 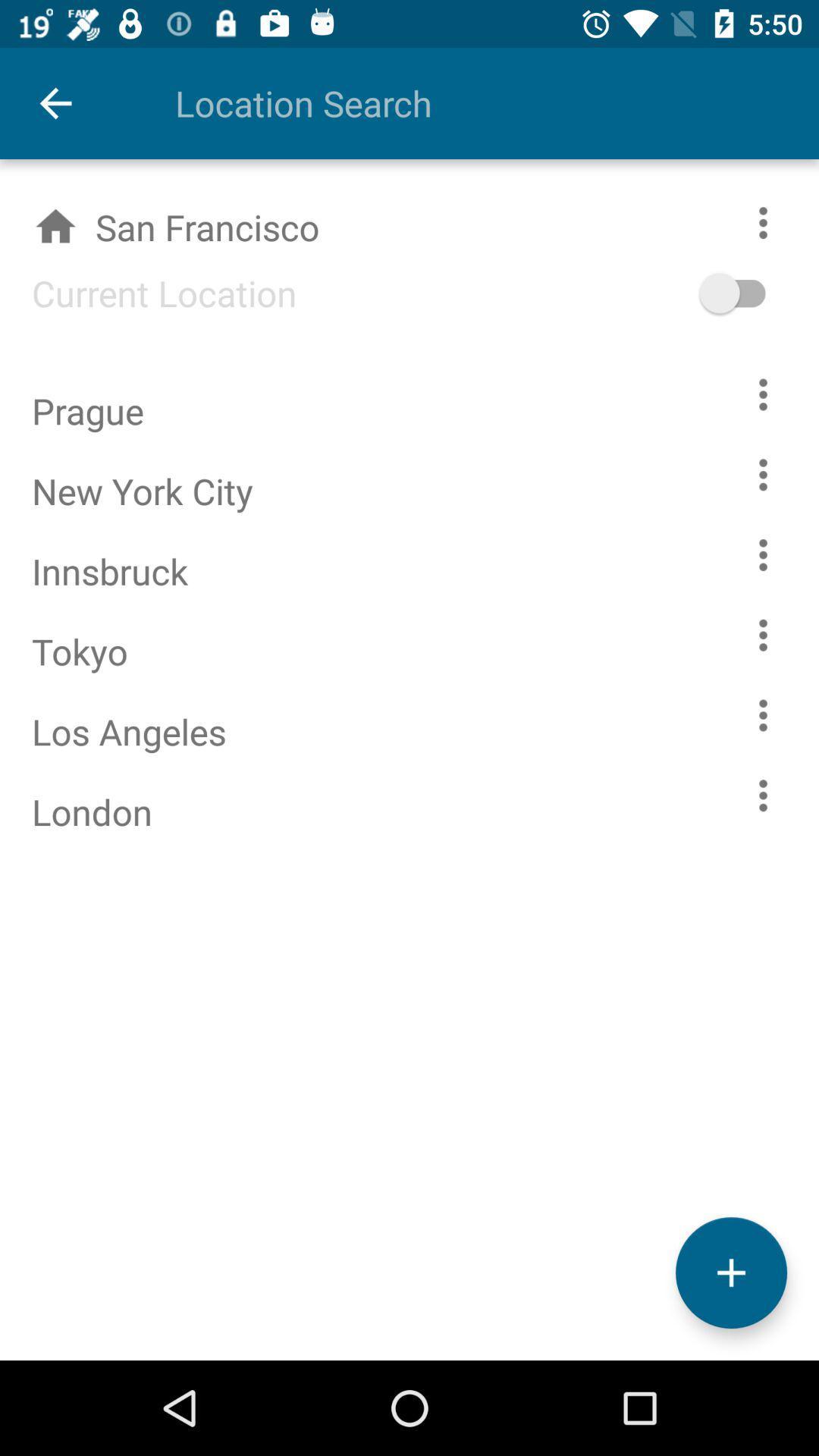 What do you see at coordinates (779, 221) in the screenshot?
I see `more options for the selected city` at bounding box center [779, 221].